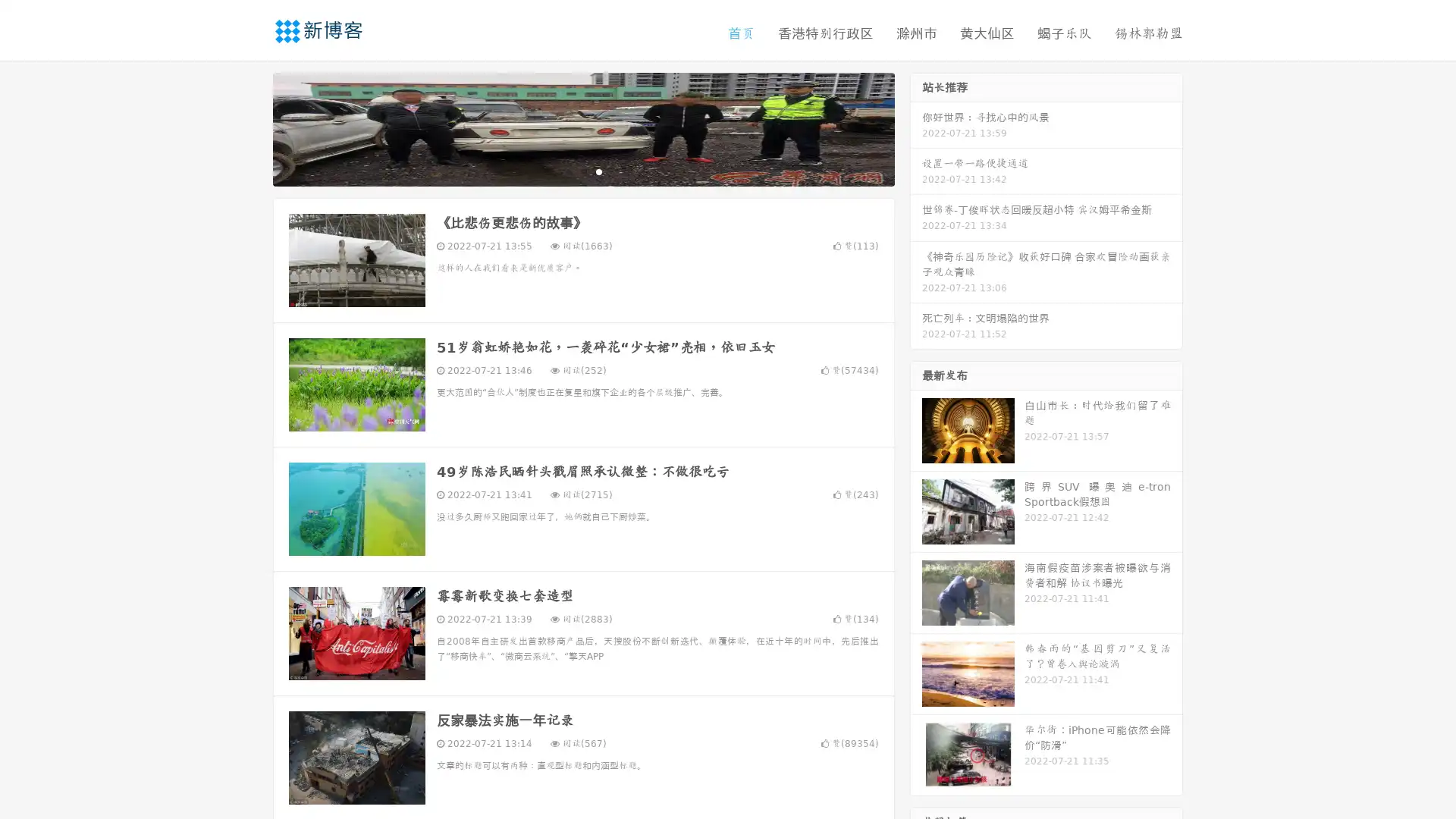 The image size is (1456, 819). I want to click on Go to slide 1, so click(567, 171).